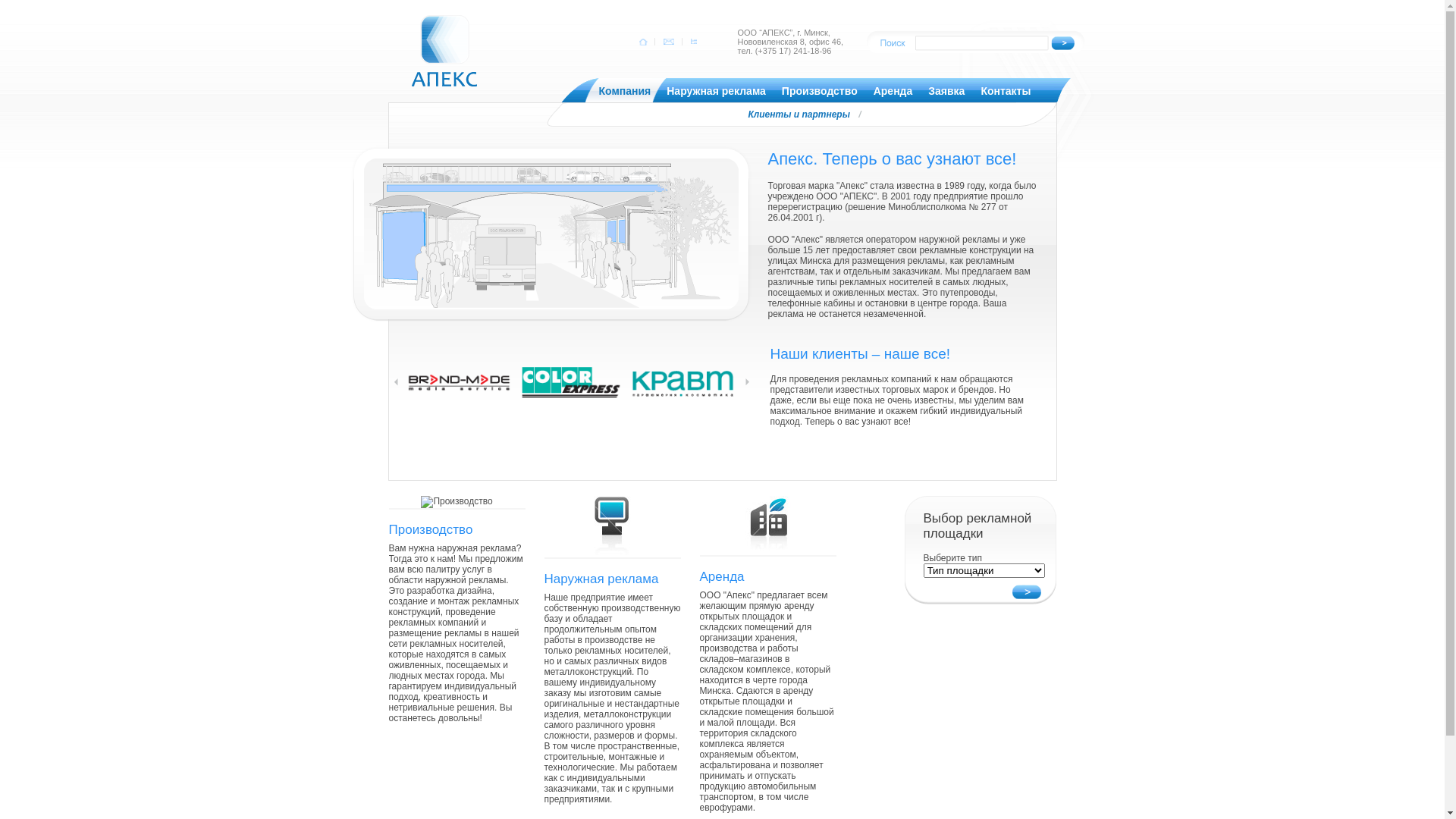 Image resolution: width=1456 pixels, height=819 pixels. Describe the element at coordinates (667, 40) in the screenshot. I see `' '` at that location.